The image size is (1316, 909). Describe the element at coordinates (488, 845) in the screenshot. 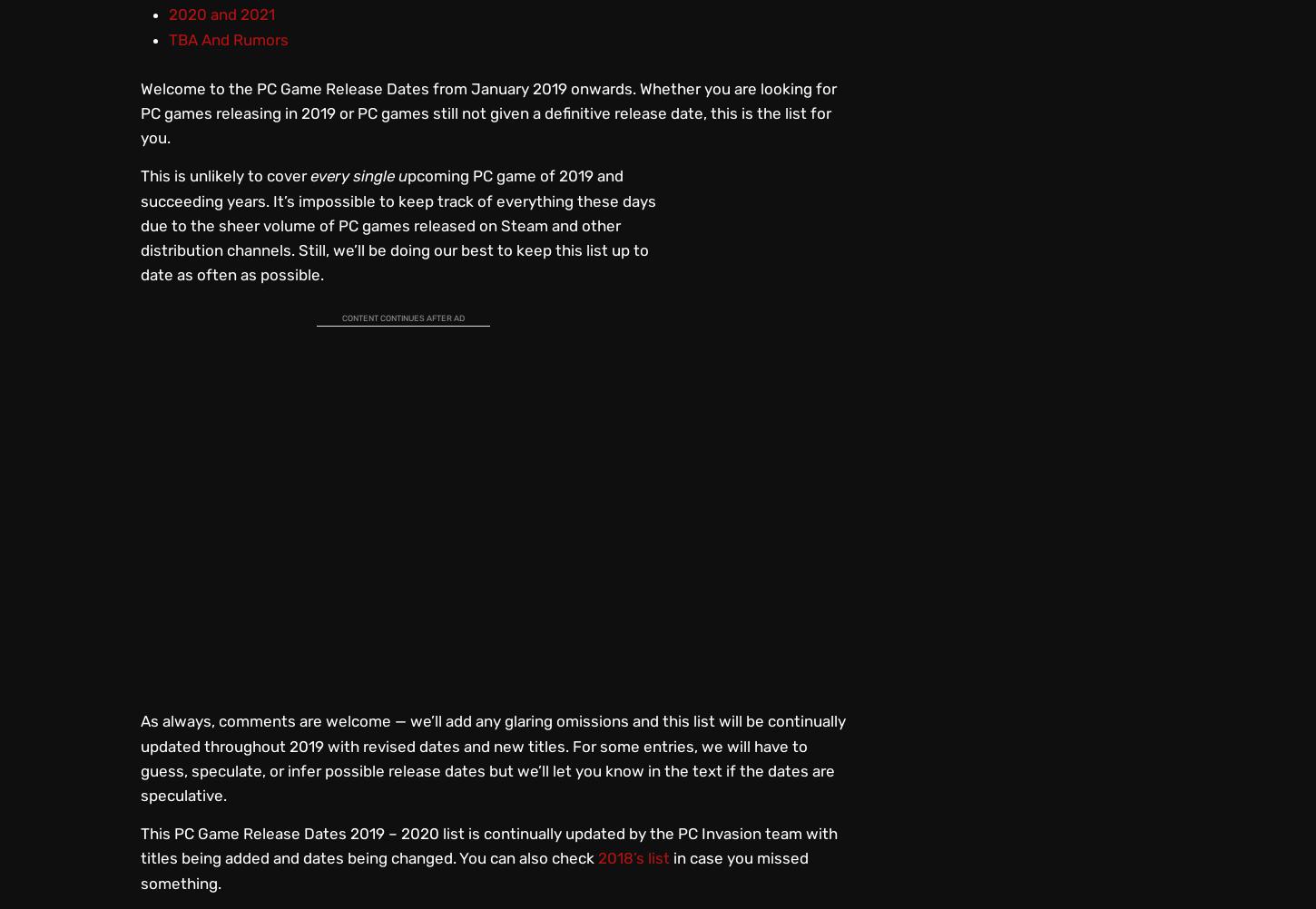

I see `'This PC Game Release Dates 2019 – 2020 list is continually updated by the PC Invasion team with titles being added and dates being changed. You can also check'` at that location.